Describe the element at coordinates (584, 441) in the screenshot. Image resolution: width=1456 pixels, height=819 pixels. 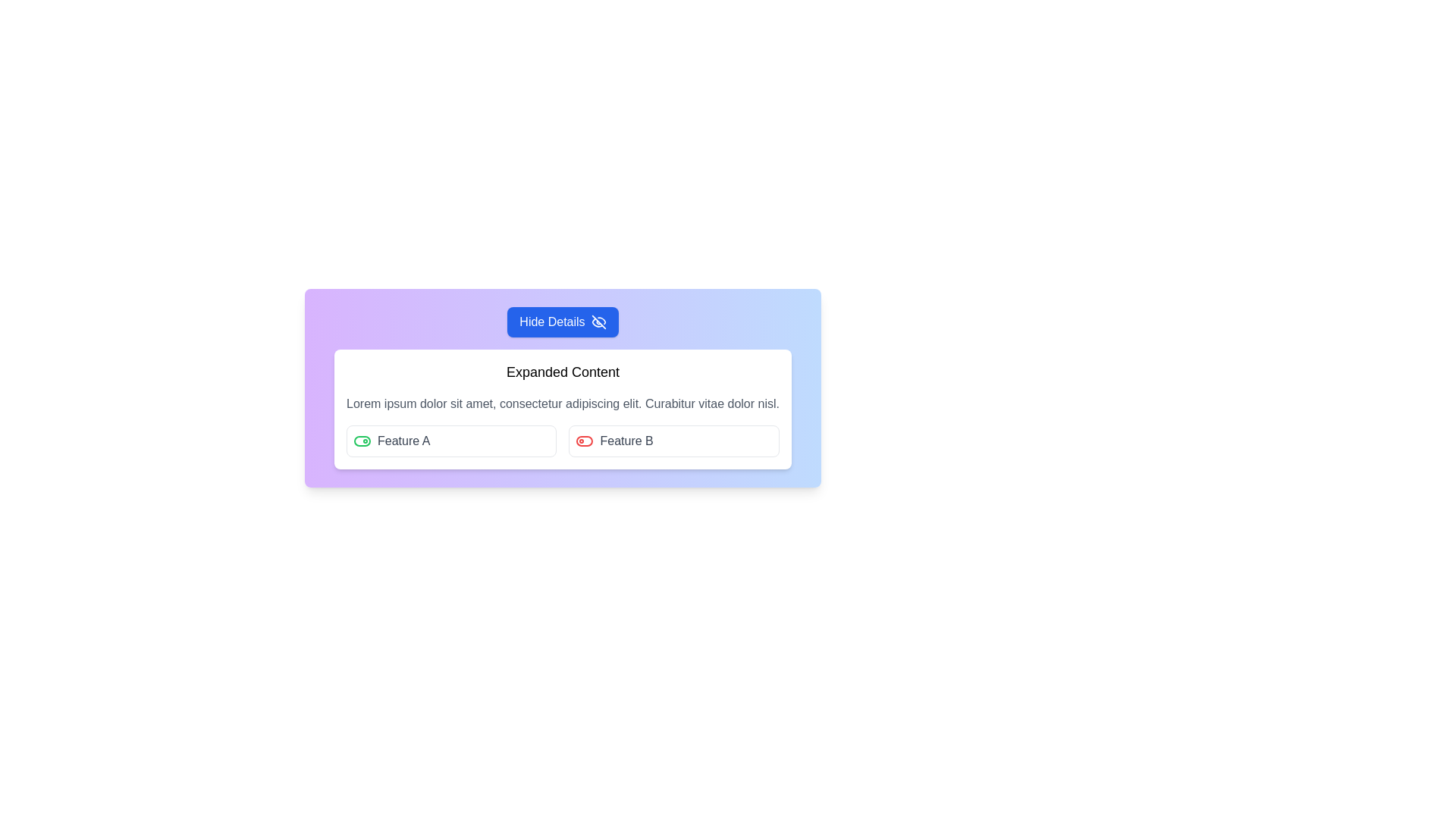
I see `the toggle switch icon for 'Feature B'` at that location.